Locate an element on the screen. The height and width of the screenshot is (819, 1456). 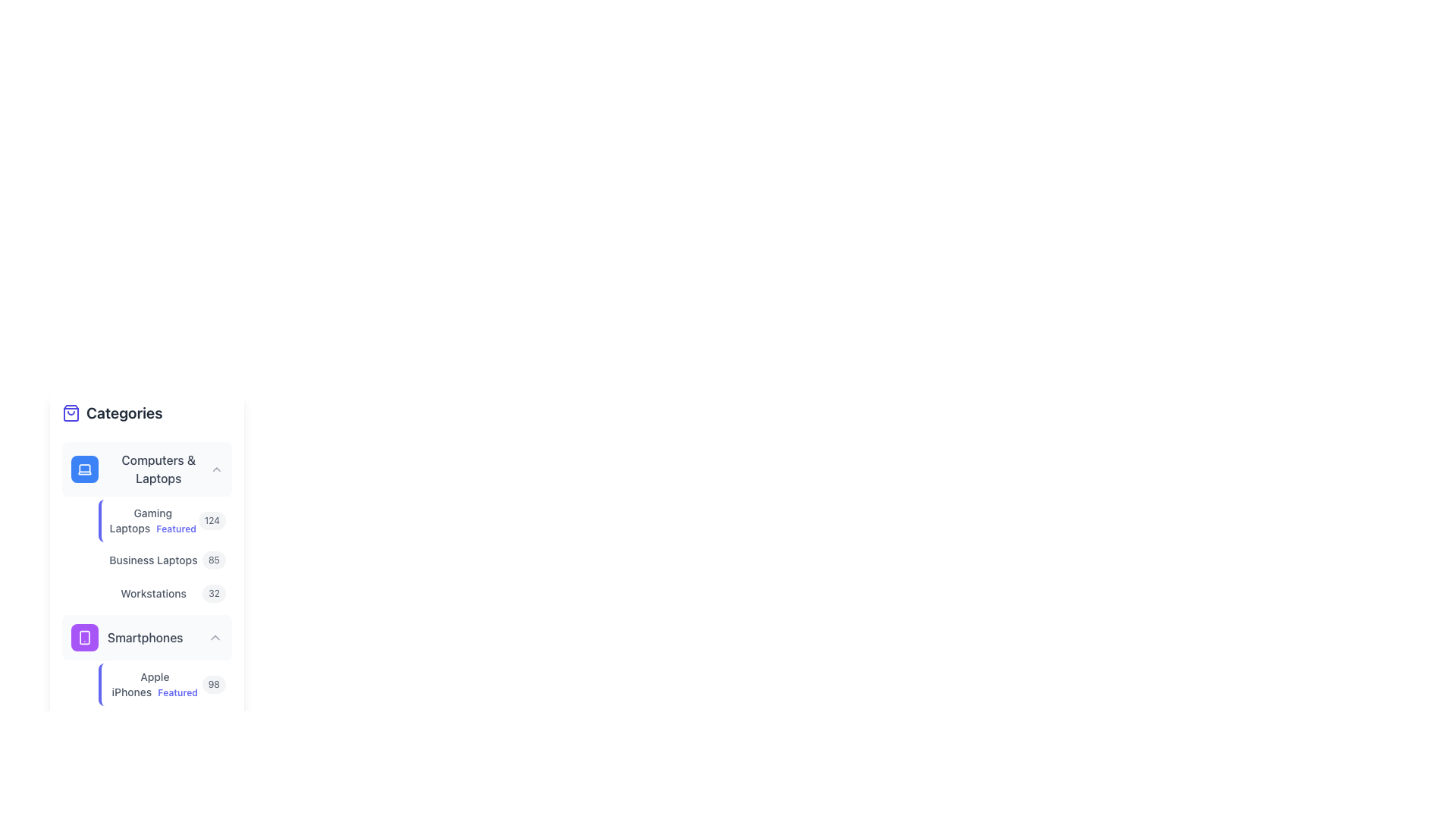
the badge component displaying the number '32', which is positioned to the right of the 'Workstations' label in the 'Categories' section is located at coordinates (213, 593).